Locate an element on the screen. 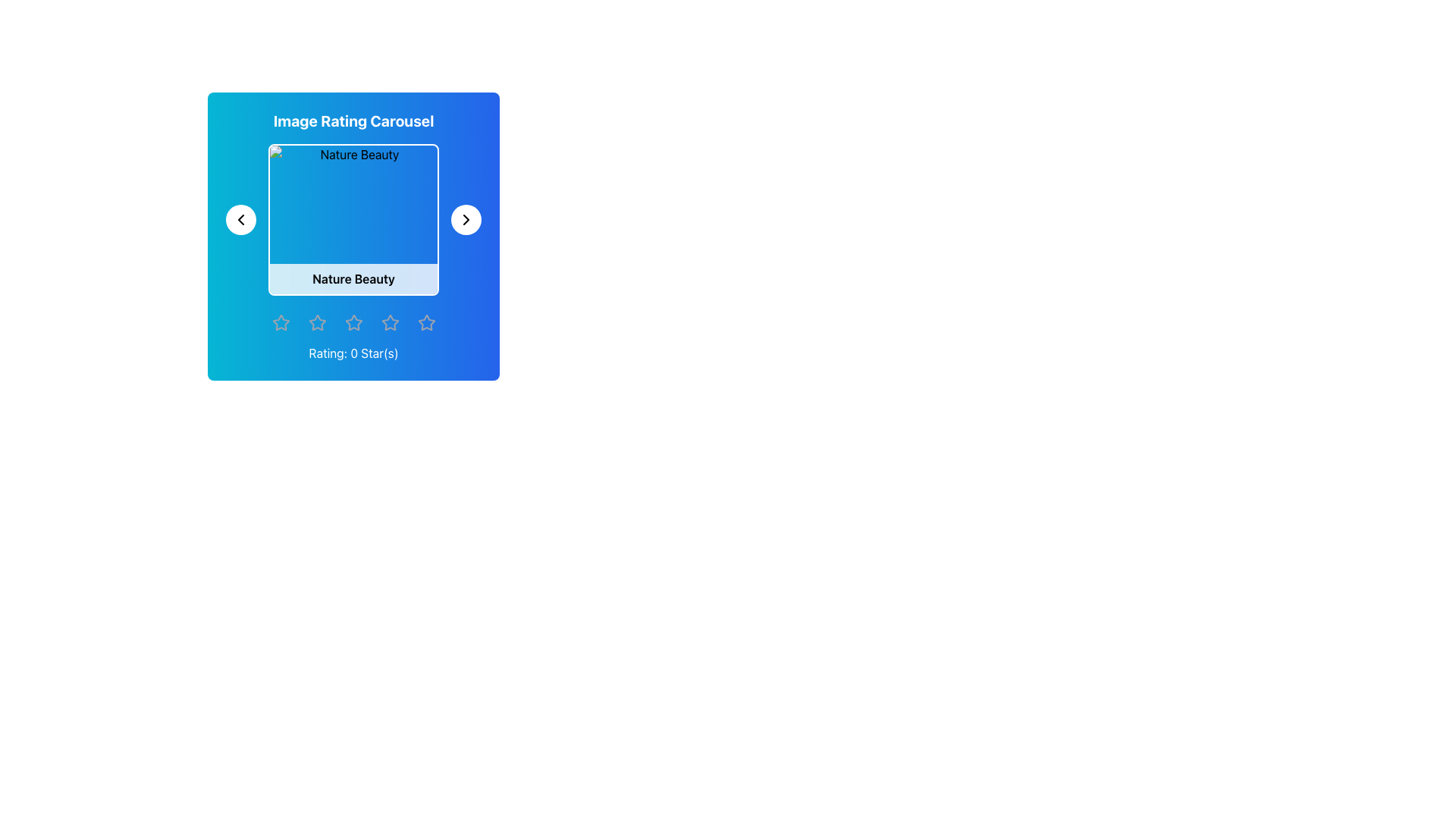 The height and width of the screenshot is (819, 1456). the last star in the horizontal row of five stars is located at coordinates (425, 322).